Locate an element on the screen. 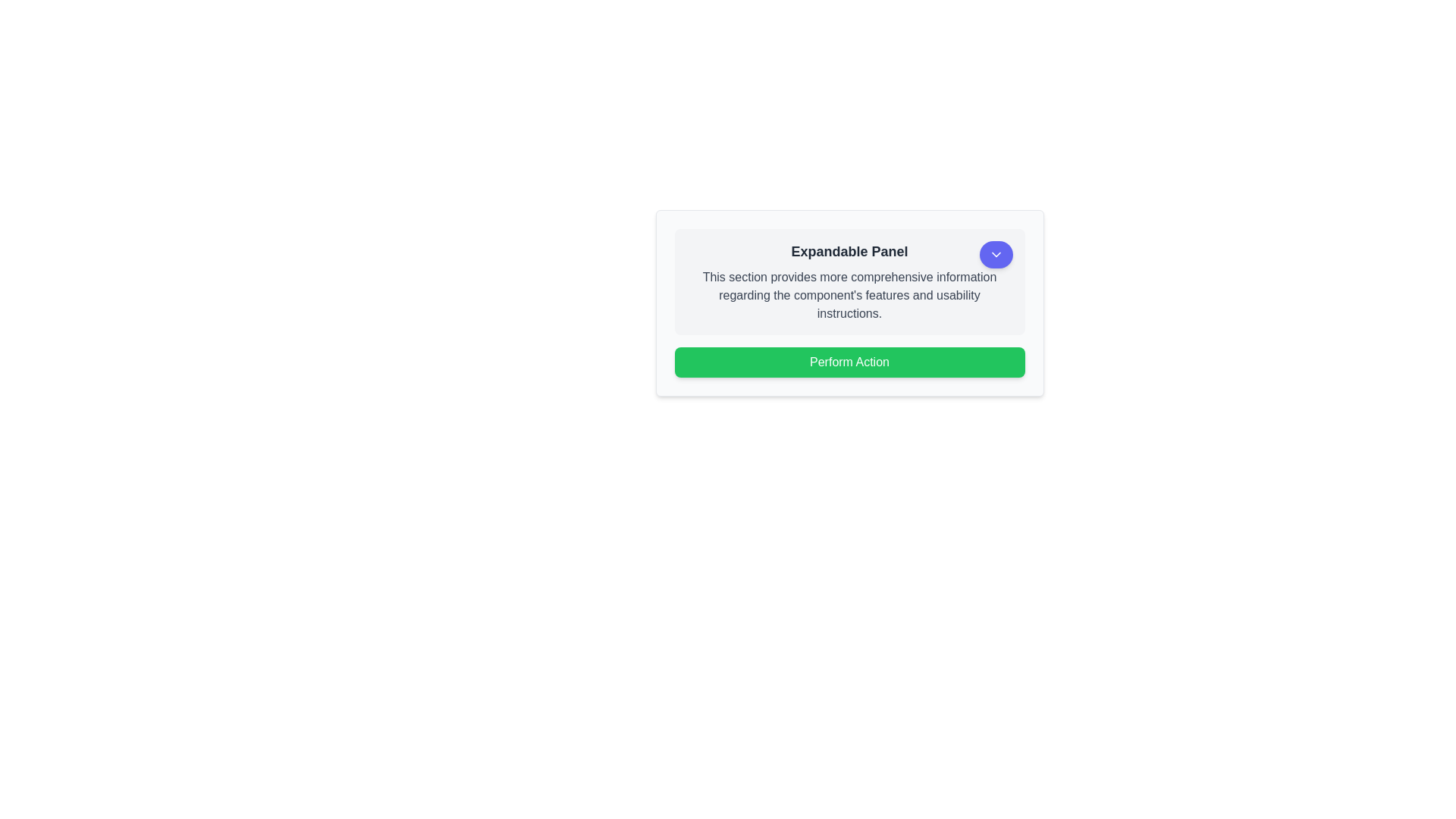  the button located at the bottom-center of an expandable panel, positioned directly below a descriptive text area is located at coordinates (849, 362).